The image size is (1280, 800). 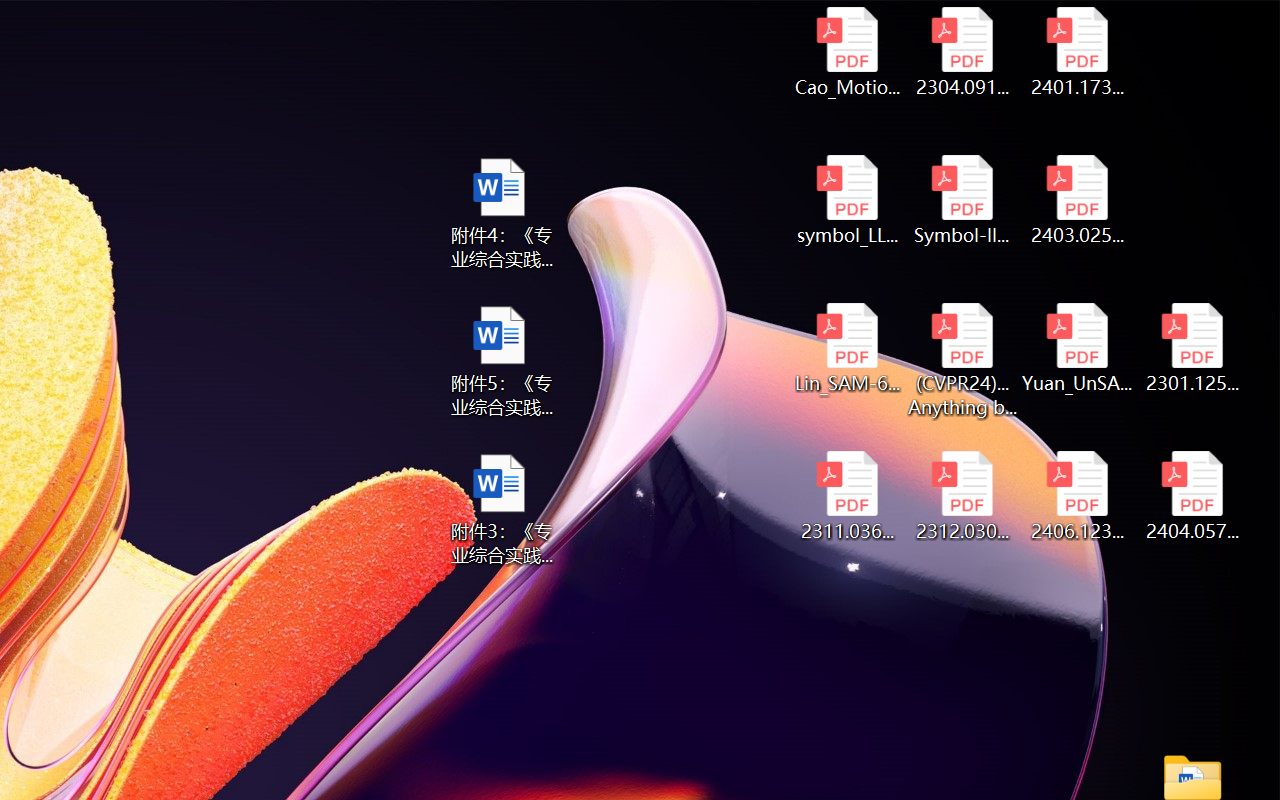 What do you see at coordinates (962, 360) in the screenshot?
I see `'(CVPR24)Matching Anything by Segmenting Anything.pdf'` at bounding box center [962, 360].